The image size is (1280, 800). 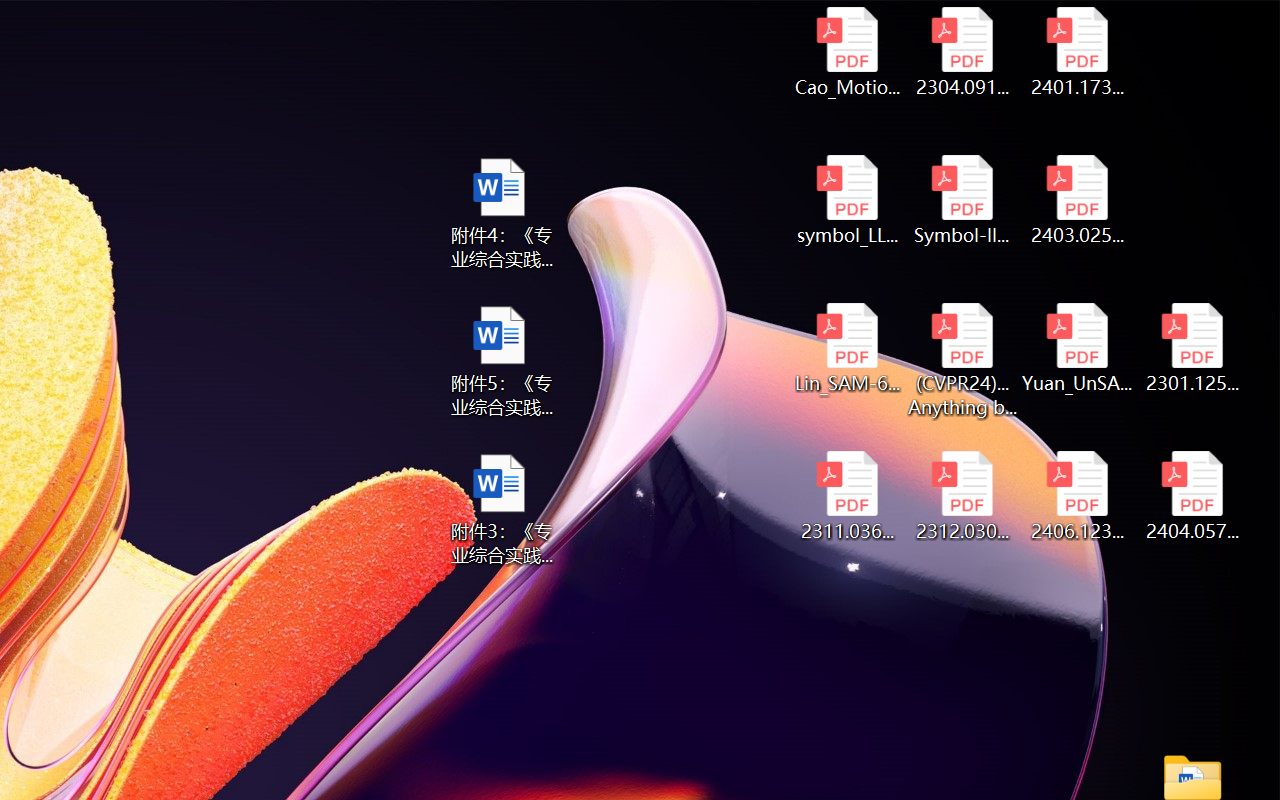 What do you see at coordinates (962, 360) in the screenshot?
I see `'(CVPR24)Matching Anything by Segmenting Anything.pdf'` at bounding box center [962, 360].